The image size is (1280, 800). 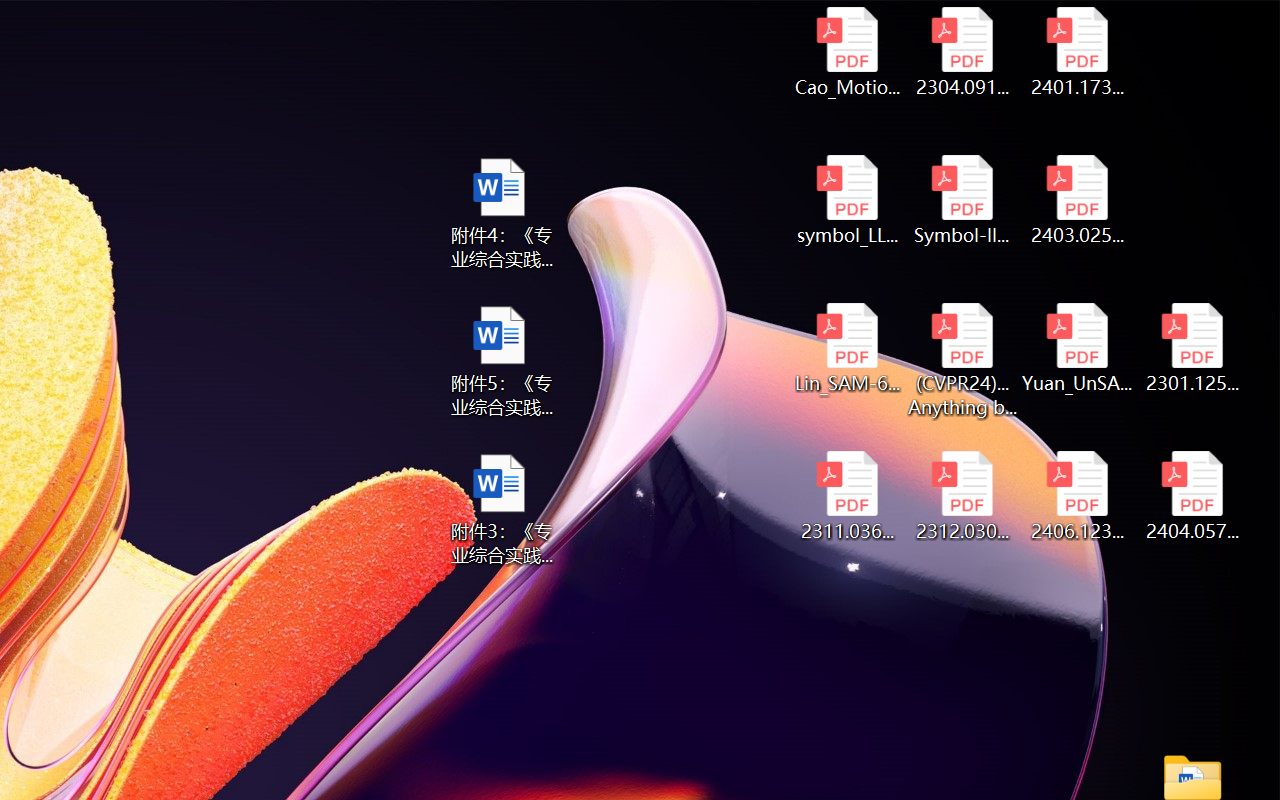 What do you see at coordinates (962, 360) in the screenshot?
I see `'(CVPR24)Matching Anything by Segmenting Anything.pdf'` at bounding box center [962, 360].